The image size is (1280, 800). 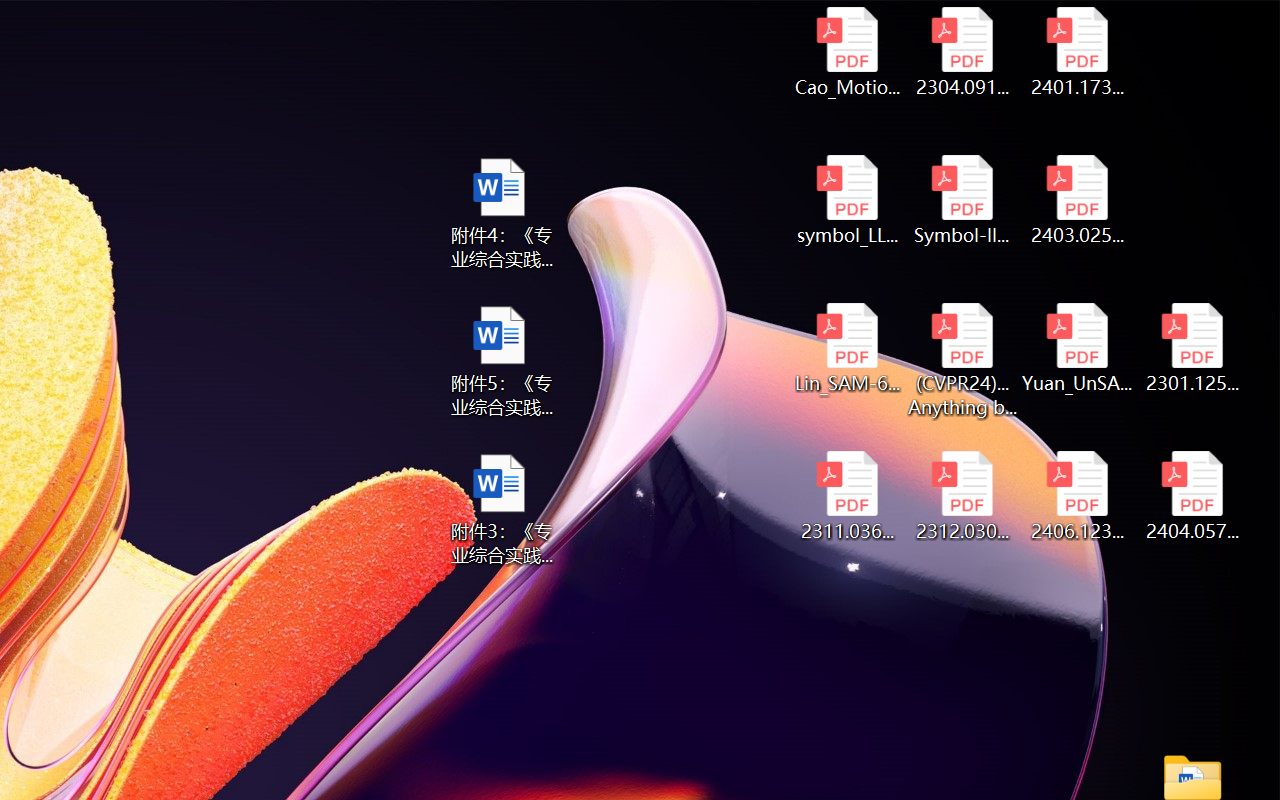 What do you see at coordinates (962, 360) in the screenshot?
I see `'(CVPR24)Matching Anything by Segmenting Anything.pdf'` at bounding box center [962, 360].